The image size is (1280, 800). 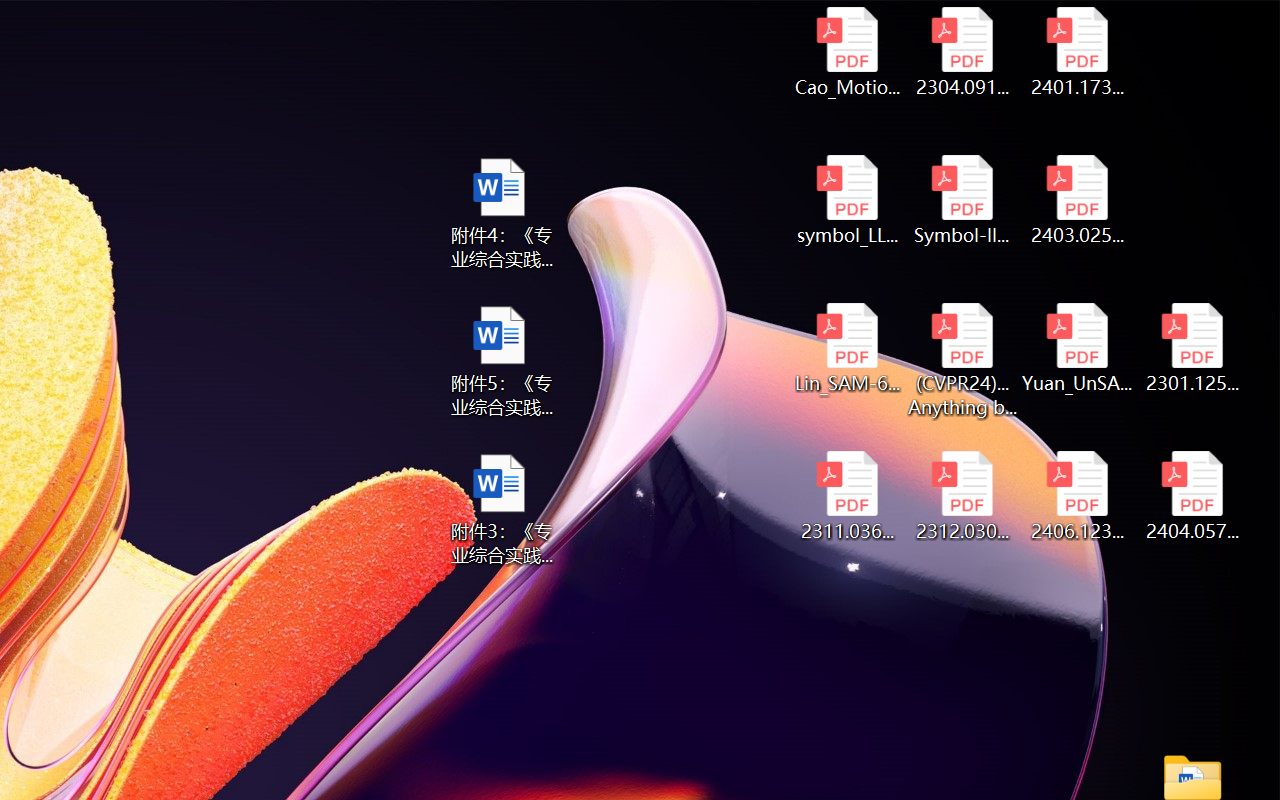 What do you see at coordinates (962, 360) in the screenshot?
I see `'(CVPR24)Matching Anything by Segmenting Anything.pdf'` at bounding box center [962, 360].